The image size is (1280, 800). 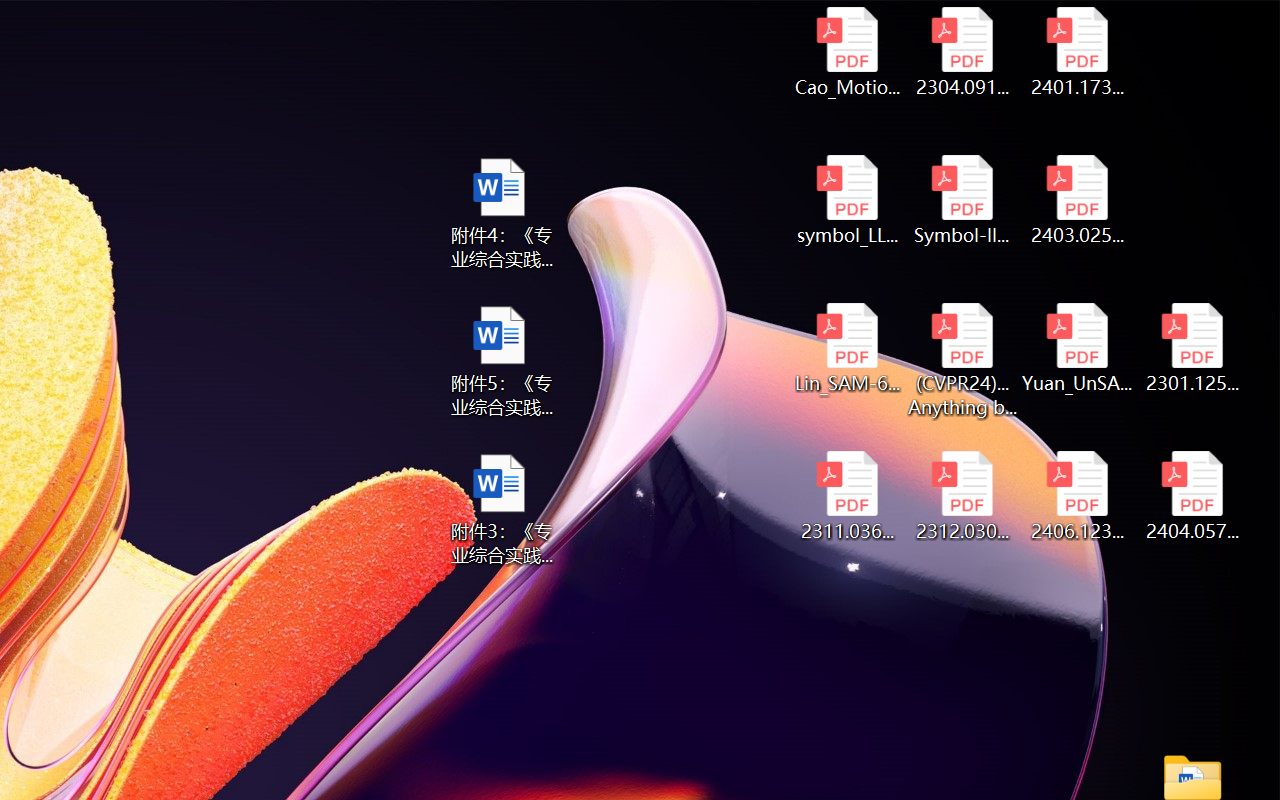 What do you see at coordinates (962, 360) in the screenshot?
I see `'(CVPR24)Matching Anything by Segmenting Anything.pdf'` at bounding box center [962, 360].